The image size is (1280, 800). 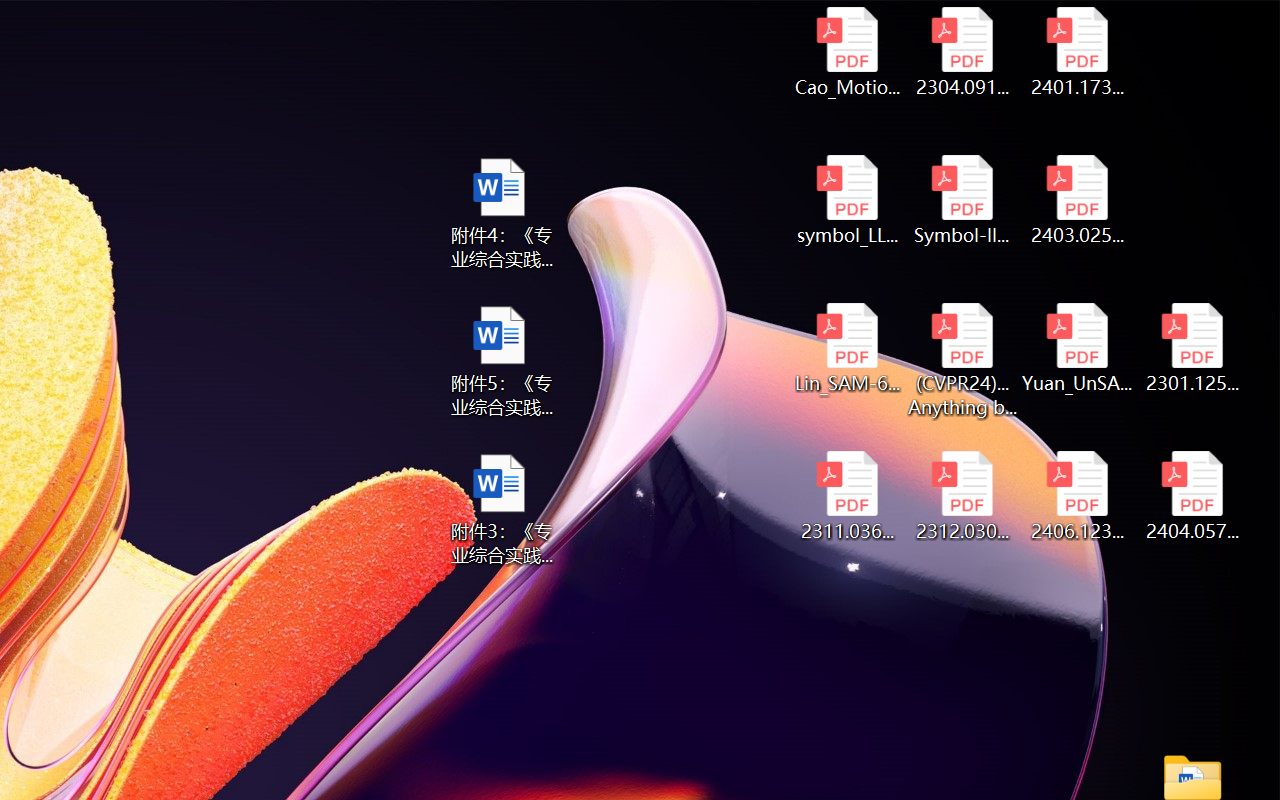 What do you see at coordinates (962, 360) in the screenshot?
I see `'(CVPR24)Matching Anything by Segmenting Anything.pdf'` at bounding box center [962, 360].